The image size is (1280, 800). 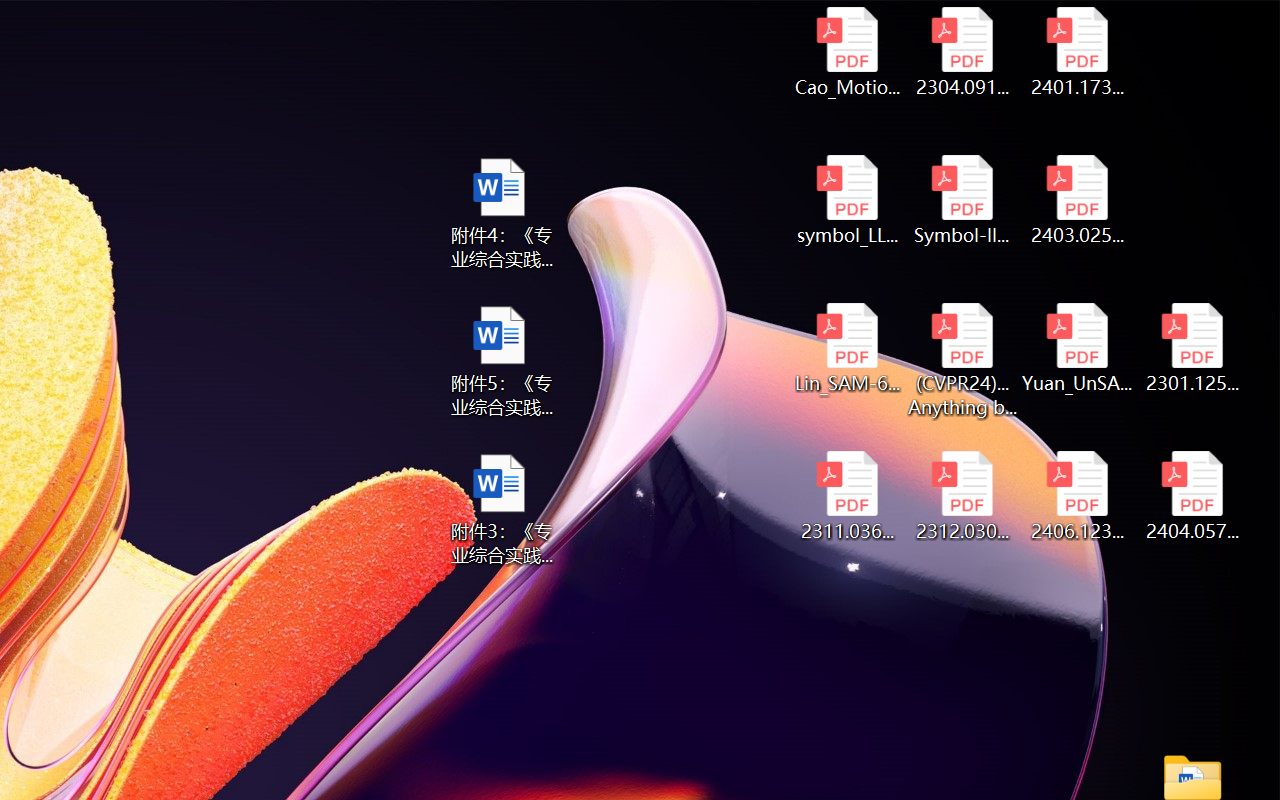 What do you see at coordinates (962, 360) in the screenshot?
I see `'(CVPR24)Matching Anything by Segmenting Anything.pdf'` at bounding box center [962, 360].